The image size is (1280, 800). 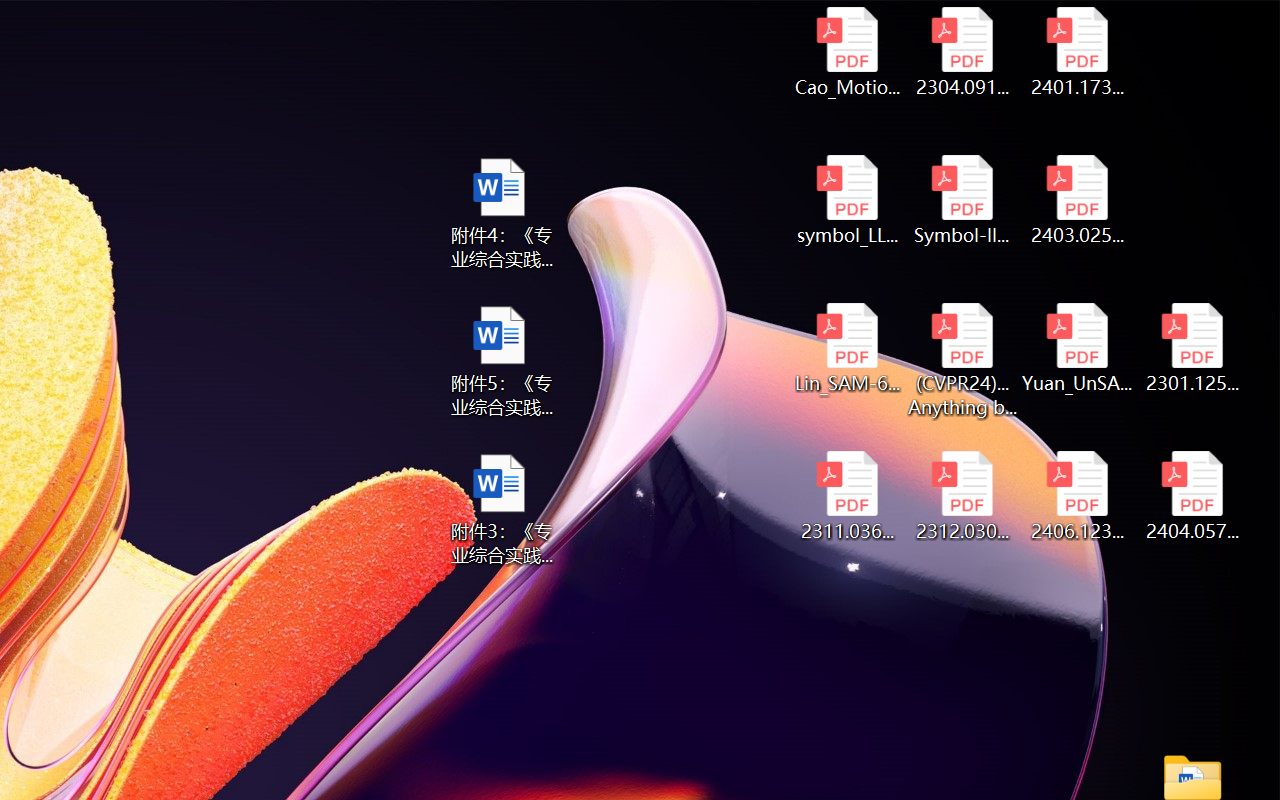 What do you see at coordinates (962, 360) in the screenshot?
I see `'(CVPR24)Matching Anything by Segmenting Anything.pdf'` at bounding box center [962, 360].